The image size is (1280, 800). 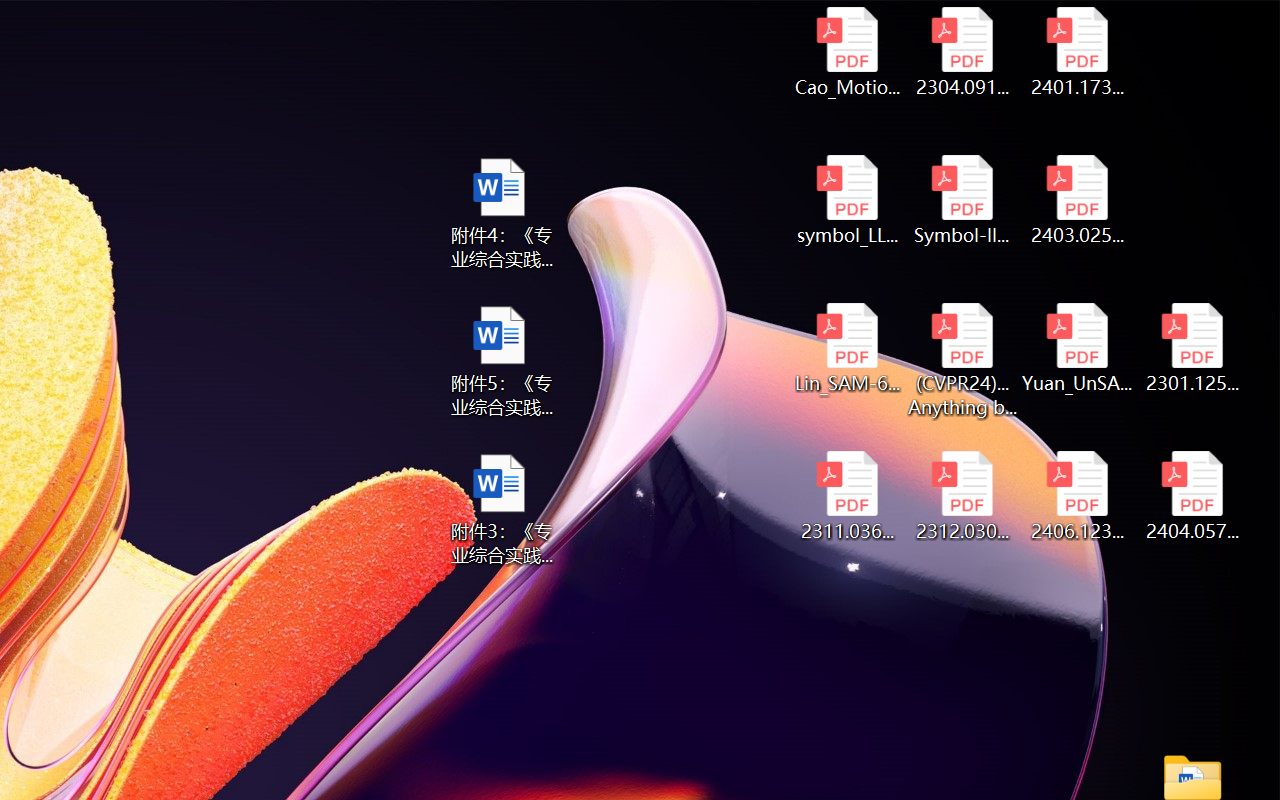 What do you see at coordinates (962, 360) in the screenshot?
I see `'(CVPR24)Matching Anything by Segmenting Anything.pdf'` at bounding box center [962, 360].